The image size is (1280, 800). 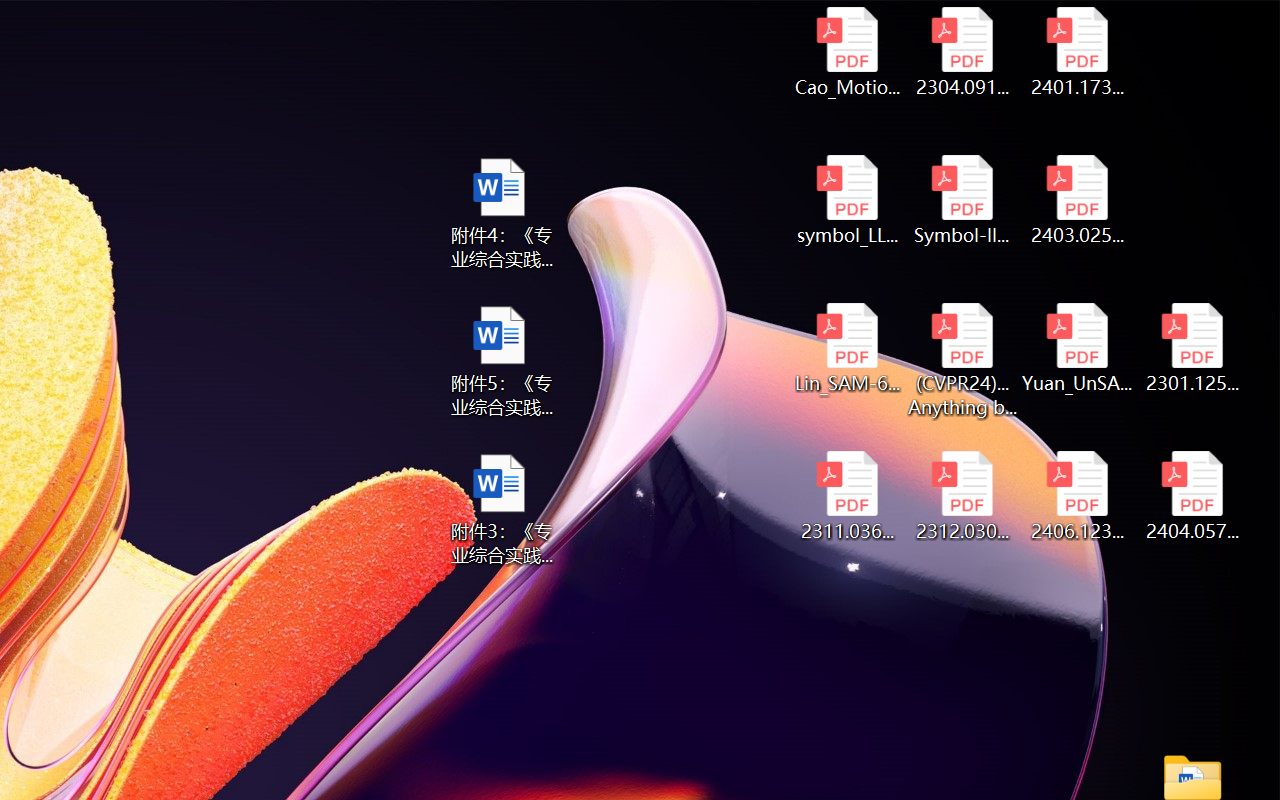 What do you see at coordinates (962, 360) in the screenshot?
I see `'(CVPR24)Matching Anything by Segmenting Anything.pdf'` at bounding box center [962, 360].